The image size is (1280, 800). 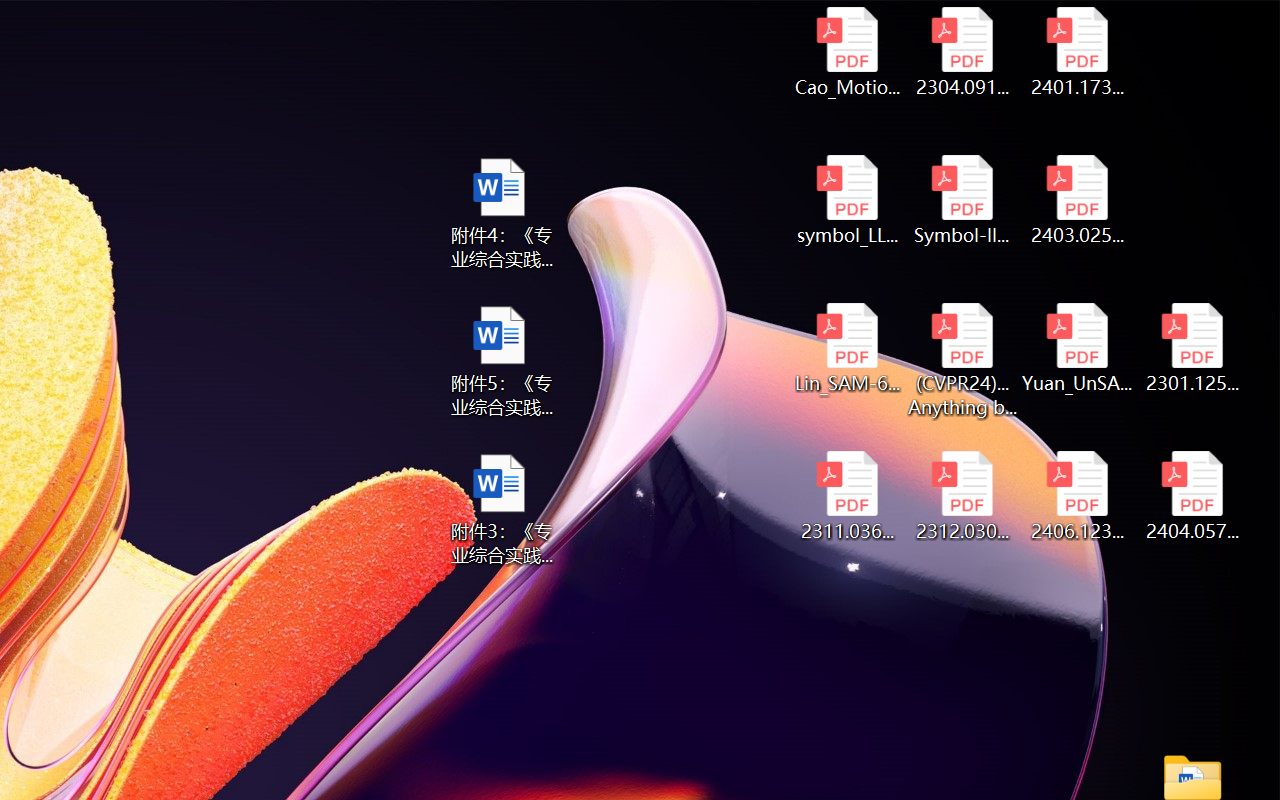 What do you see at coordinates (962, 360) in the screenshot?
I see `'(CVPR24)Matching Anything by Segmenting Anything.pdf'` at bounding box center [962, 360].